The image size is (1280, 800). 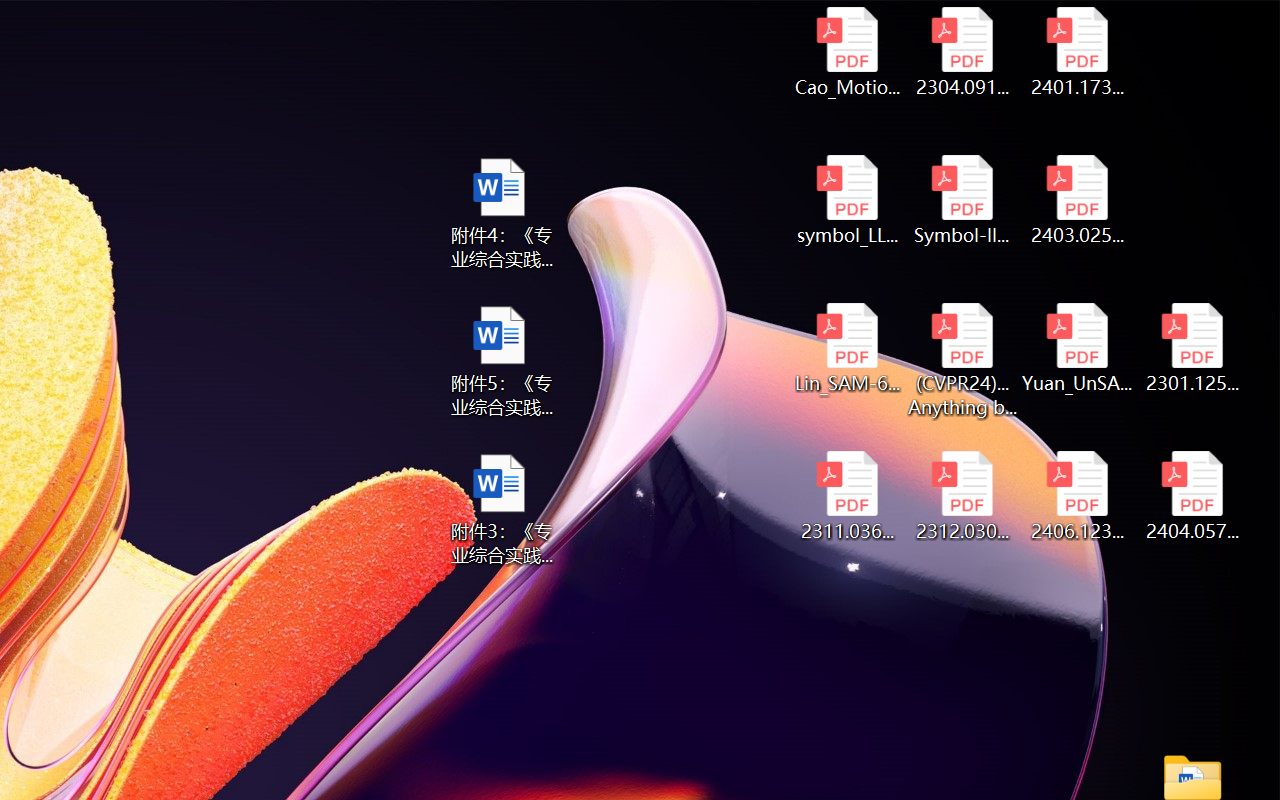 What do you see at coordinates (962, 360) in the screenshot?
I see `'(CVPR24)Matching Anything by Segmenting Anything.pdf'` at bounding box center [962, 360].